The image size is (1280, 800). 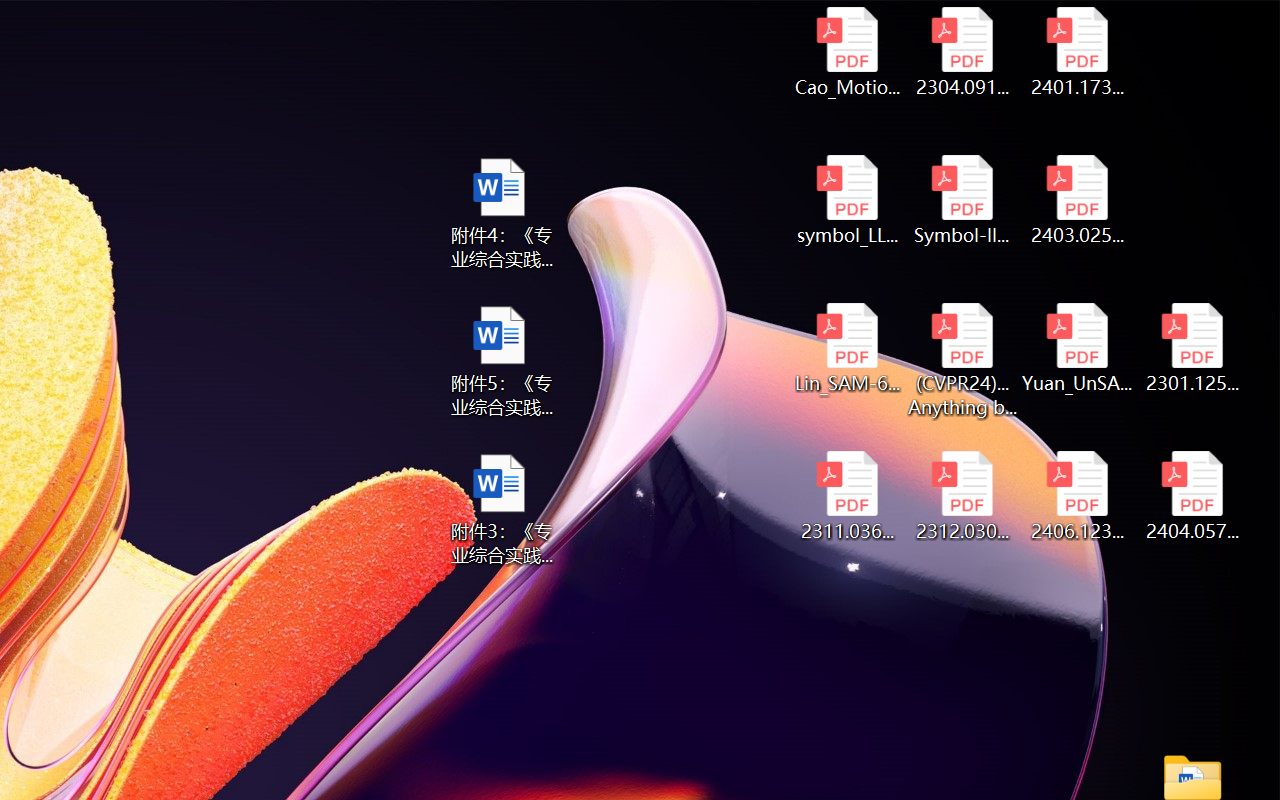 What do you see at coordinates (962, 360) in the screenshot?
I see `'(CVPR24)Matching Anything by Segmenting Anything.pdf'` at bounding box center [962, 360].